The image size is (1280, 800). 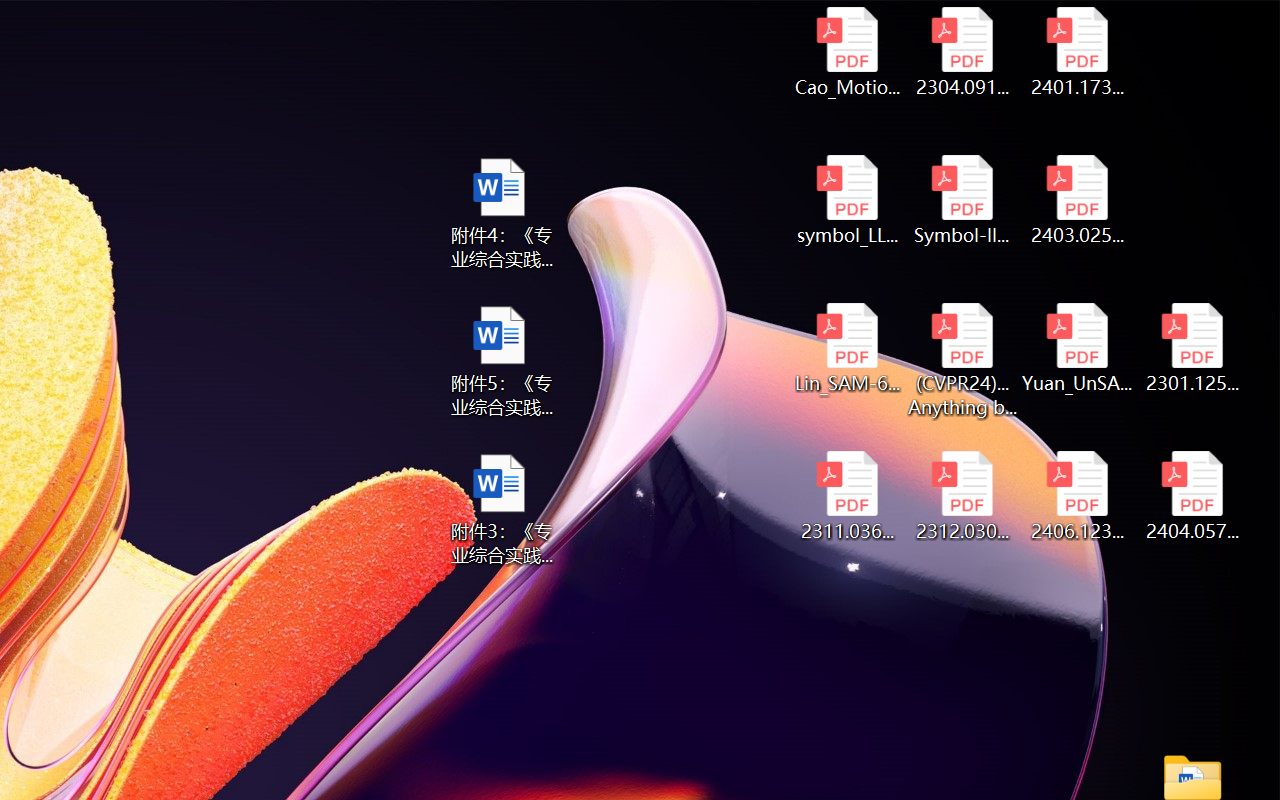 What do you see at coordinates (962, 360) in the screenshot?
I see `'(CVPR24)Matching Anything by Segmenting Anything.pdf'` at bounding box center [962, 360].